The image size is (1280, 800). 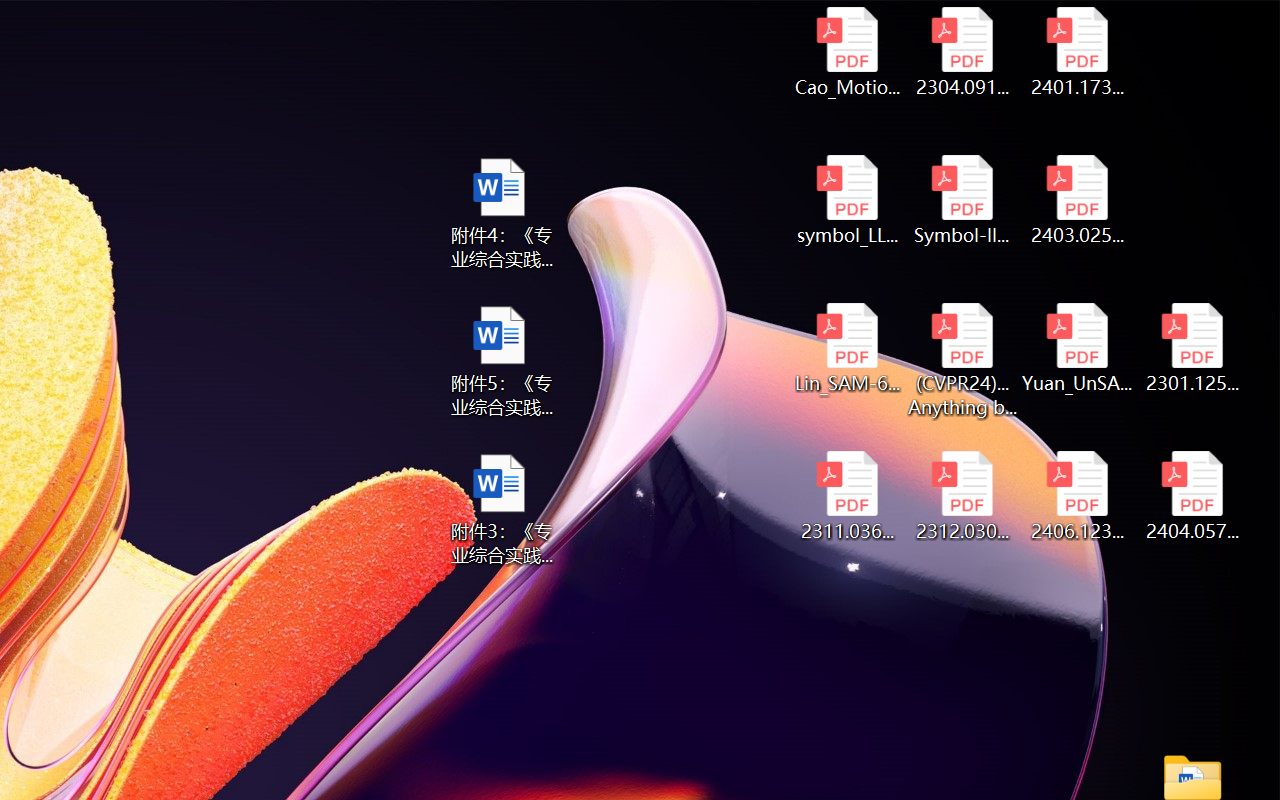 What do you see at coordinates (962, 360) in the screenshot?
I see `'(CVPR24)Matching Anything by Segmenting Anything.pdf'` at bounding box center [962, 360].